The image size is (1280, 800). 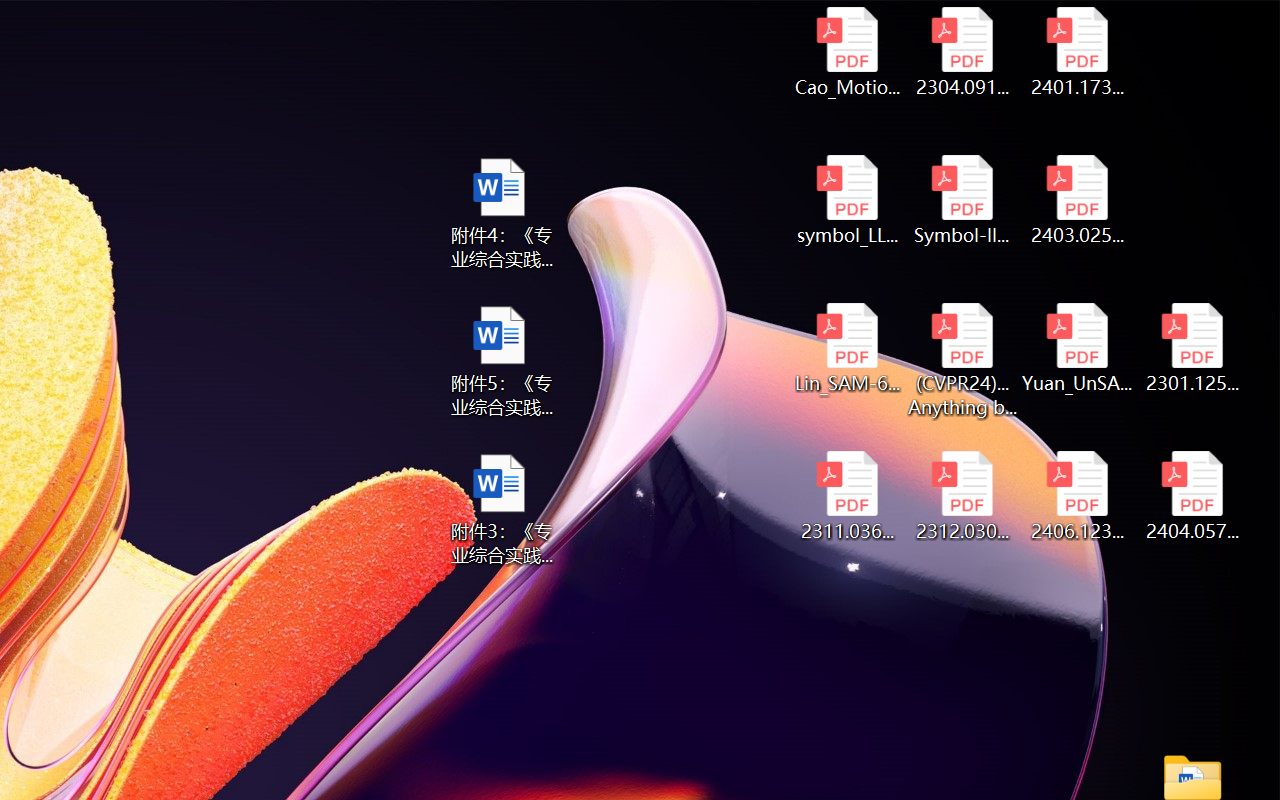 What do you see at coordinates (962, 360) in the screenshot?
I see `'(CVPR24)Matching Anything by Segmenting Anything.pdf'` at bounding box center [962, 360].